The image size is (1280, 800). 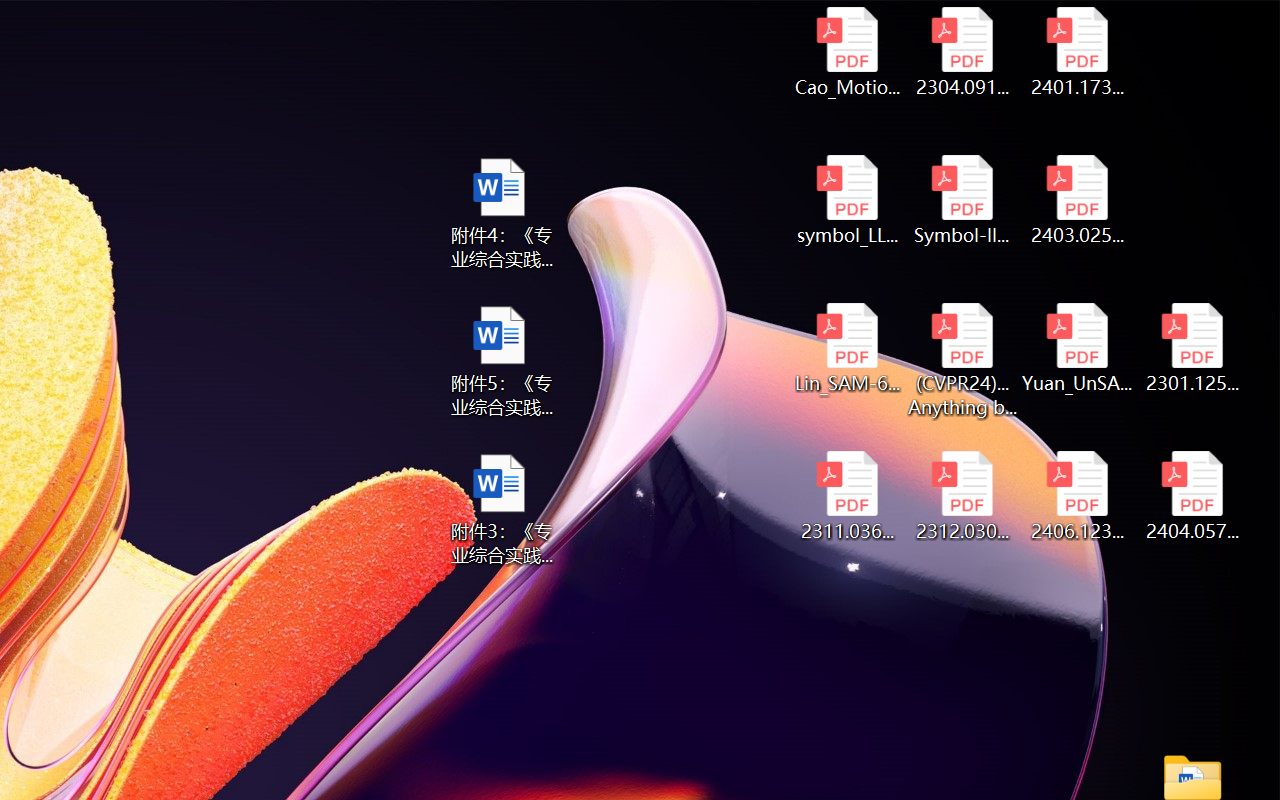 What do you see at coordinates (962, 360) in the screenshot?
I see `'(CVPR24)Matching Anything by Segmenting Anything.pdf'` at bounding box center [962, 360].